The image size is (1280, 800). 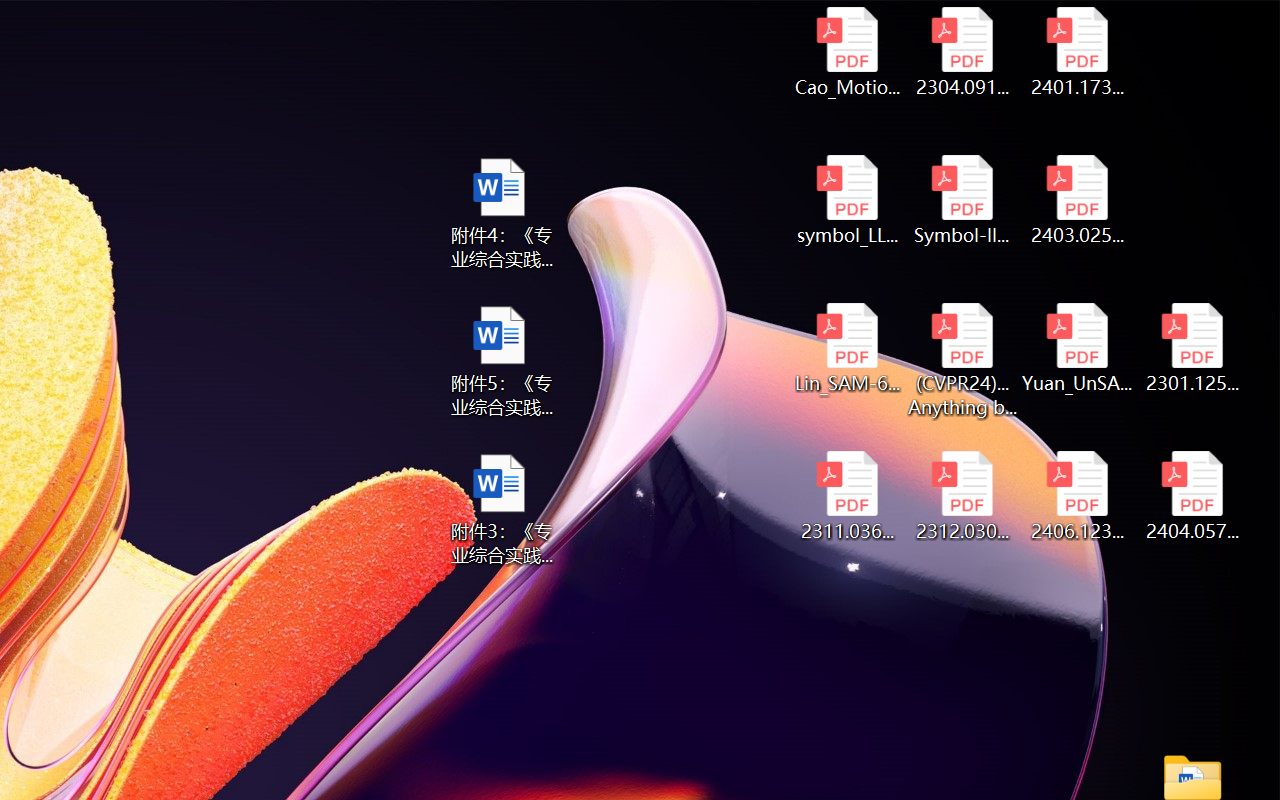 What do you see at coordinates (962, 360) in the screenshot?
I see `'(CVPR24)Matching Anything by Segmenting Anything.pdf'` at bounding box center [962, 360].